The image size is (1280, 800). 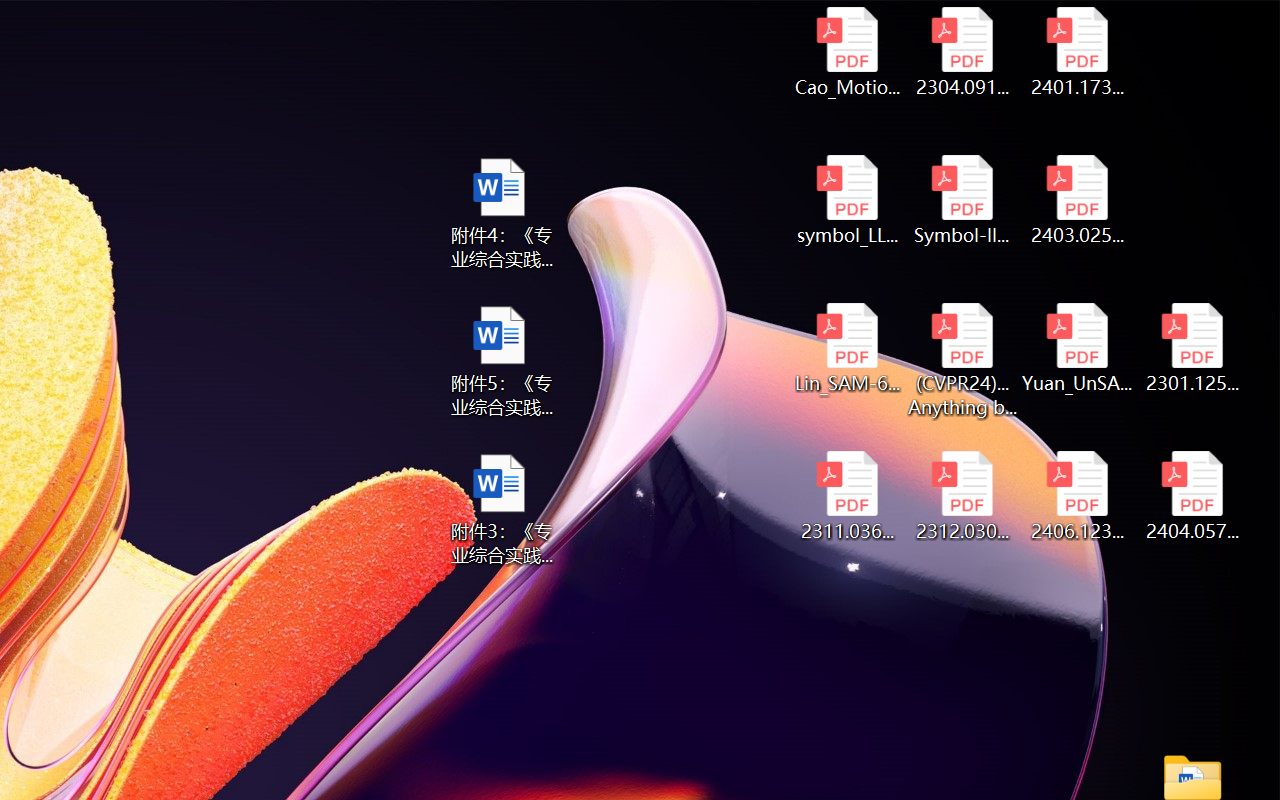 What do you see at coordinates (962, 360) in the screenshot?
I see `'(CVPR24)Matching Anything by Segmenting Anything.pdf'` at bounding box center [962, 360].